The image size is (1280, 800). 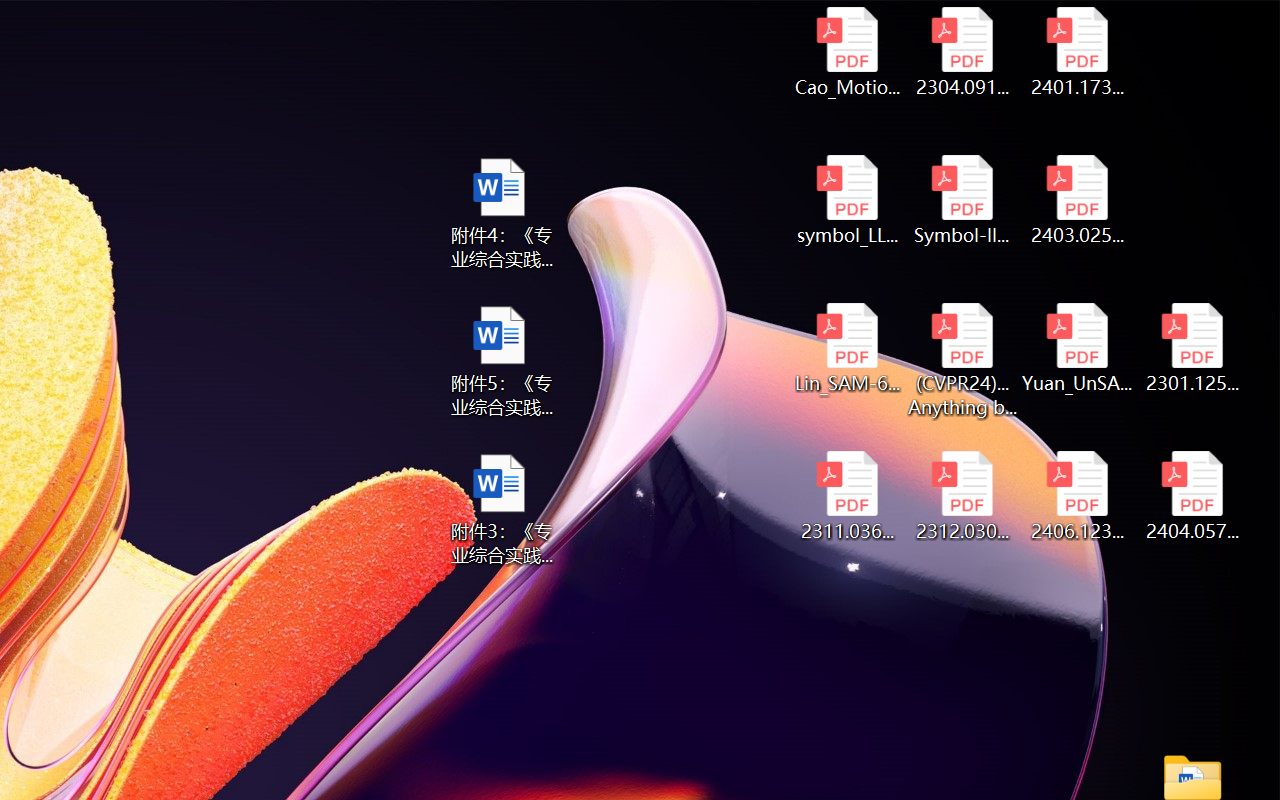 What do you see at coordinates (962, 360) in the screenshot?
I see `'(CVPR24)Matching Anything by Segmenting Anything.pdf'` at bounding box center [962, 360].